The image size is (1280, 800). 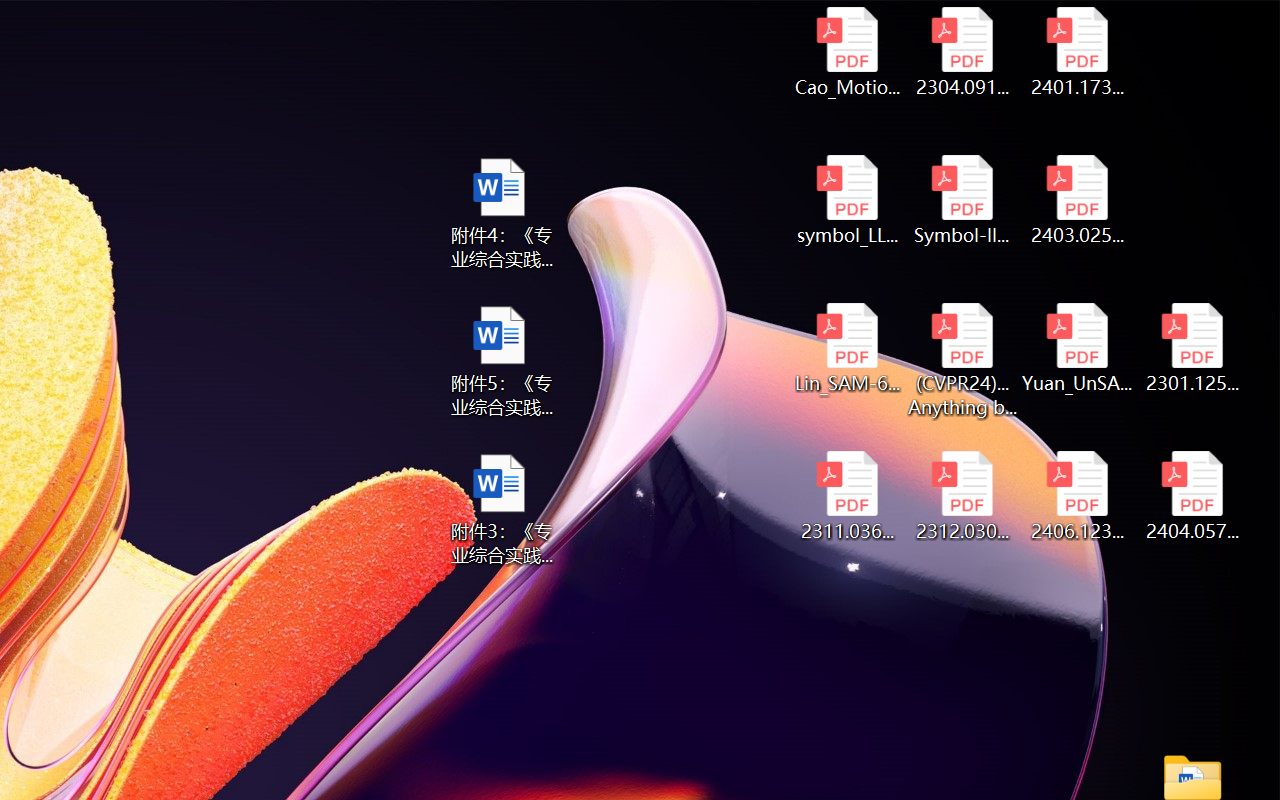 What do you see at coordinates (962, 360) in the screenshot?
I see `'(CVPR24)Matching Anything by Segmenting Anything.pdf'` at bounding box center [962, 360].